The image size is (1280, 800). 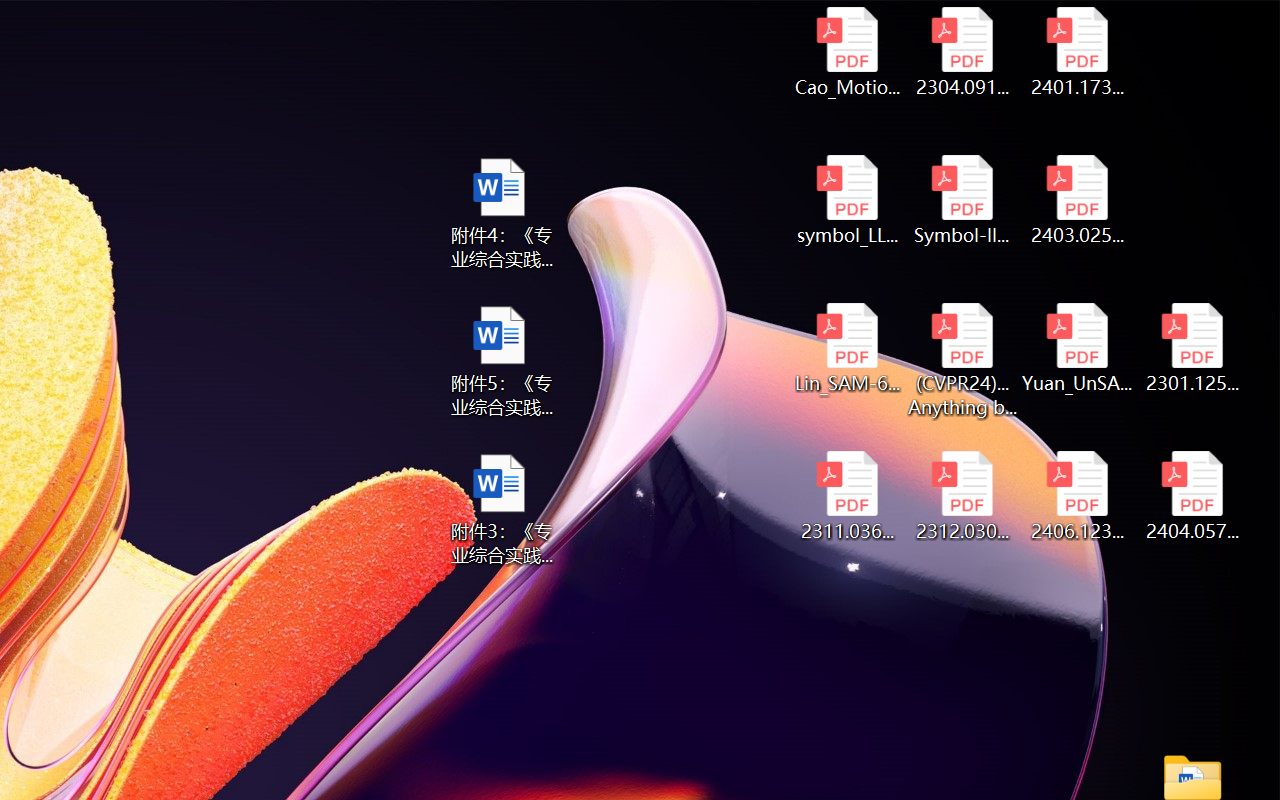 What do you see at coordinates (962, 360) in the screenshot?
I see `'(CVPR24)Matching Anything by Segmenting Anything.pdf'` at bounding box center [962, 360].